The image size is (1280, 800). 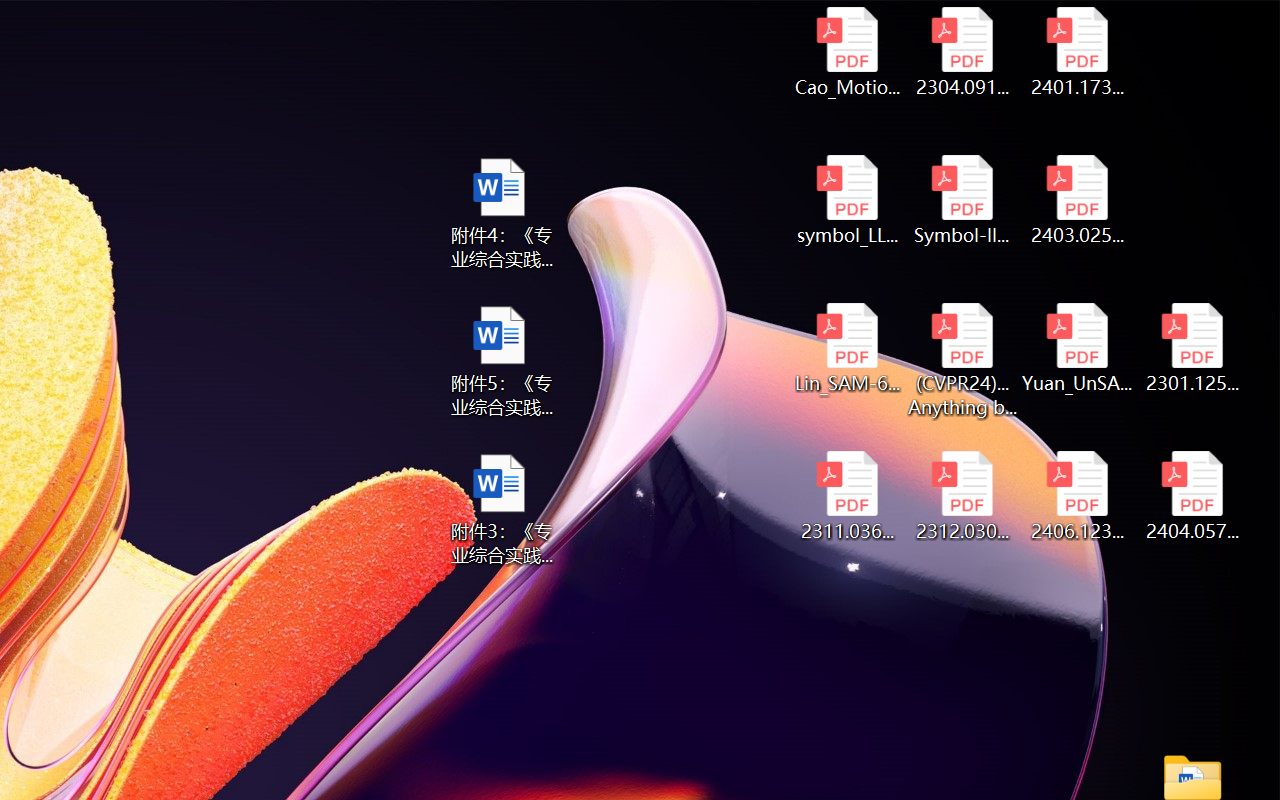 What do you see at coordinates (962, 360) in the screenshot?
I see `'(CVPR24)Matching Anything by Segmenting Anything.pdf'` at bounding box center [962, 360].